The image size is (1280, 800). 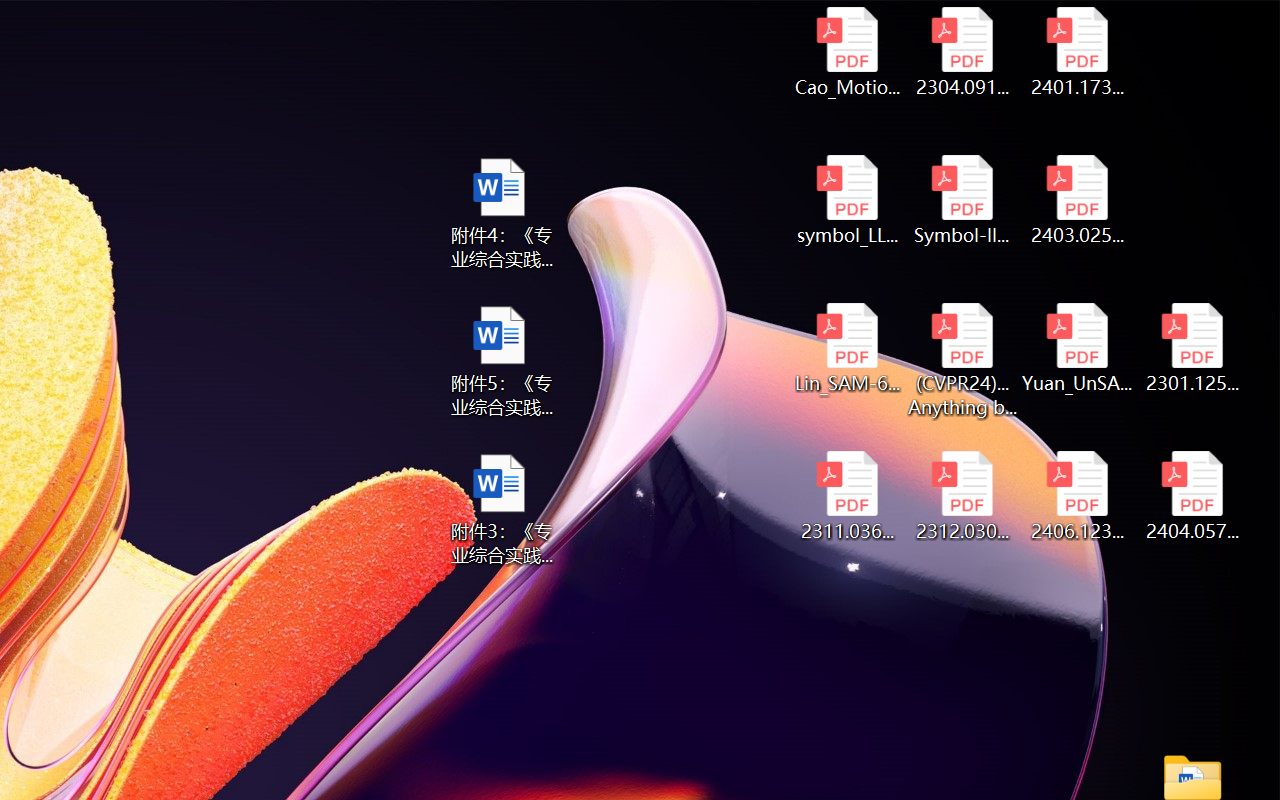 What do you see at coordinates (962, 360) in the screenshot?
I see `'(CVPR24)Matching Anything by Segmenting Anything.pdf'` at bounding box center [962, 360].